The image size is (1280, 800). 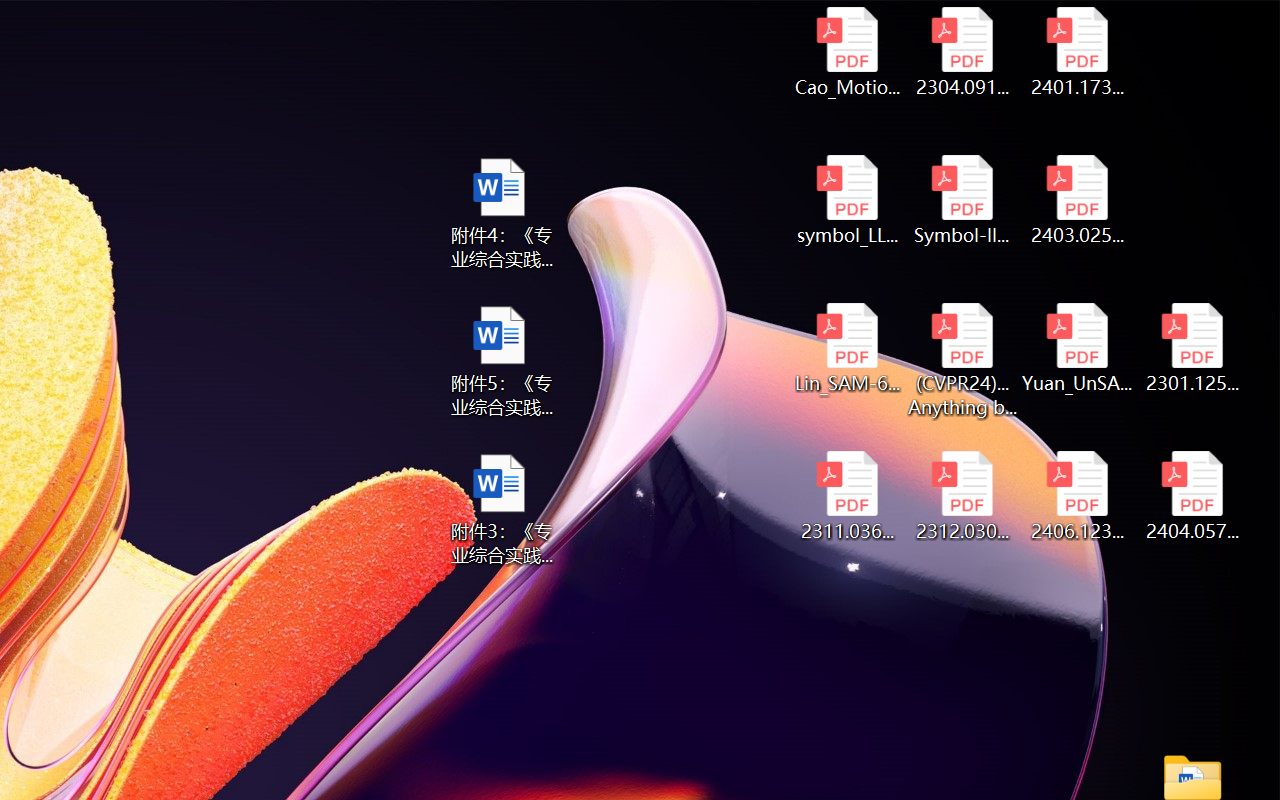 What do you see at coordinates (962, 360) in the screenshot?
I see `'(CVPR24)Matching Anything by Segmenting Anything.pdf'` at bounding box center [962, 360].